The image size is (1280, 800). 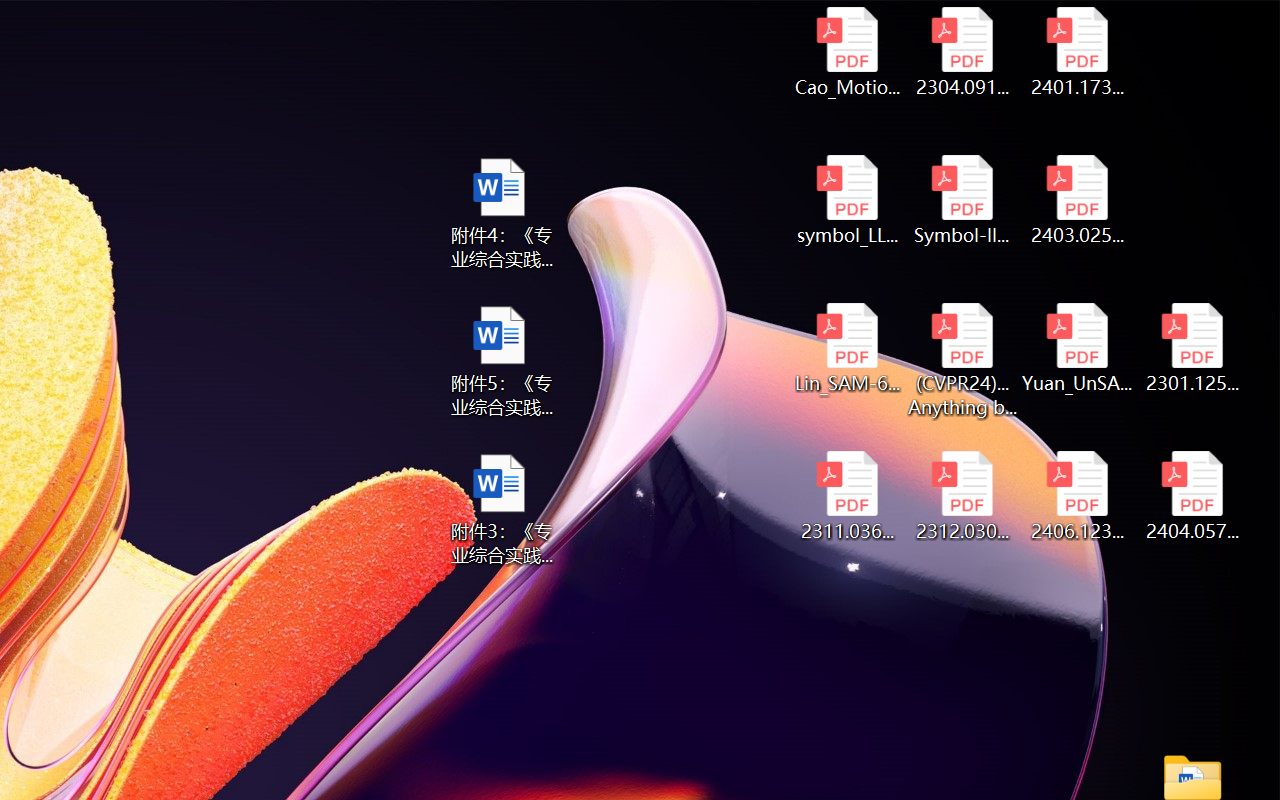 What do you see at coordinates (962, 360) in the screenshot?
I see `'(CVPR24)Matching Anything by Segmenting Anything.pdf'` at bounding box center [962, 360].